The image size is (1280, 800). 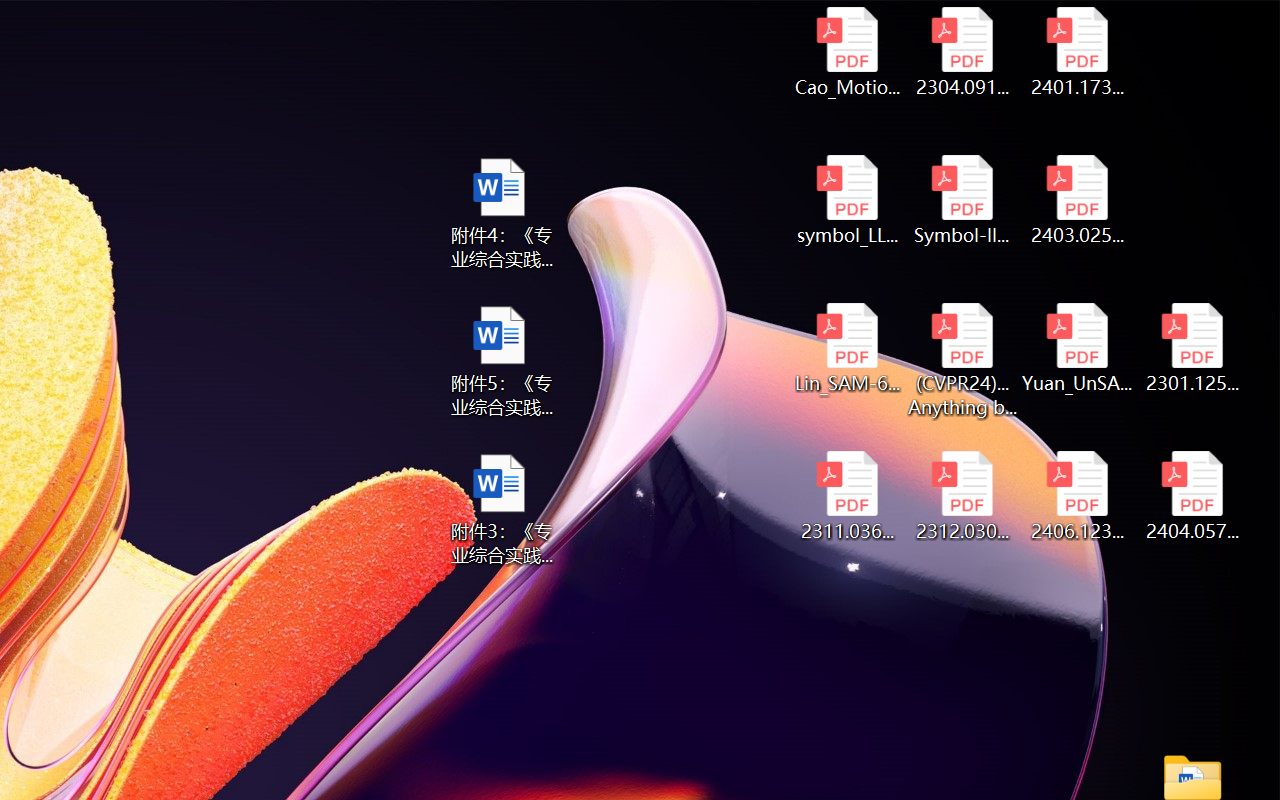 What do you see at coordinates (962, 360) in the screenshot?
I see `'(CVPR24)Matching Anything by Segmenting Anything.pdf'` at bounding box center [962, 360].